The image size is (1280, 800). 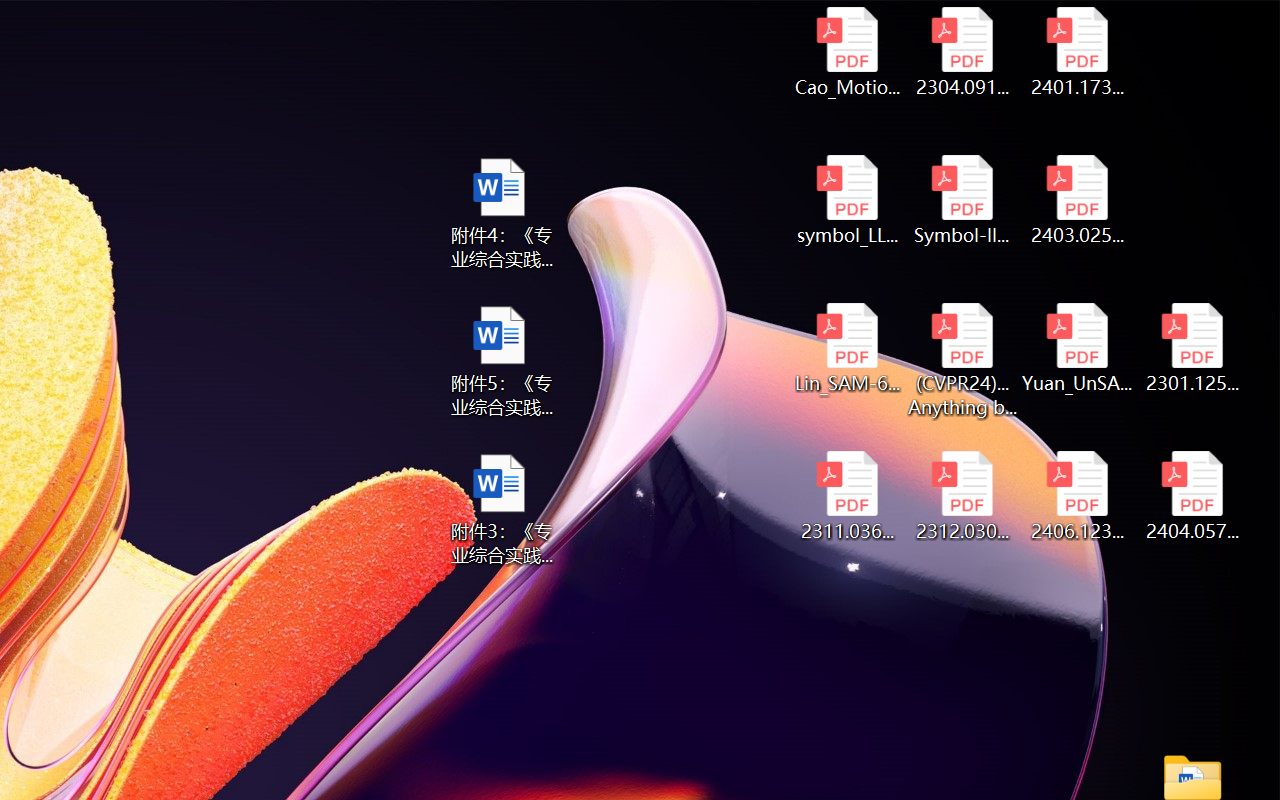 What do you see at coordinates (962, 360) in the screenshot?
I see `'(CVPR24)Matching Anything by Segmenting Anything.pdf'` at bounding box center [962, 360].